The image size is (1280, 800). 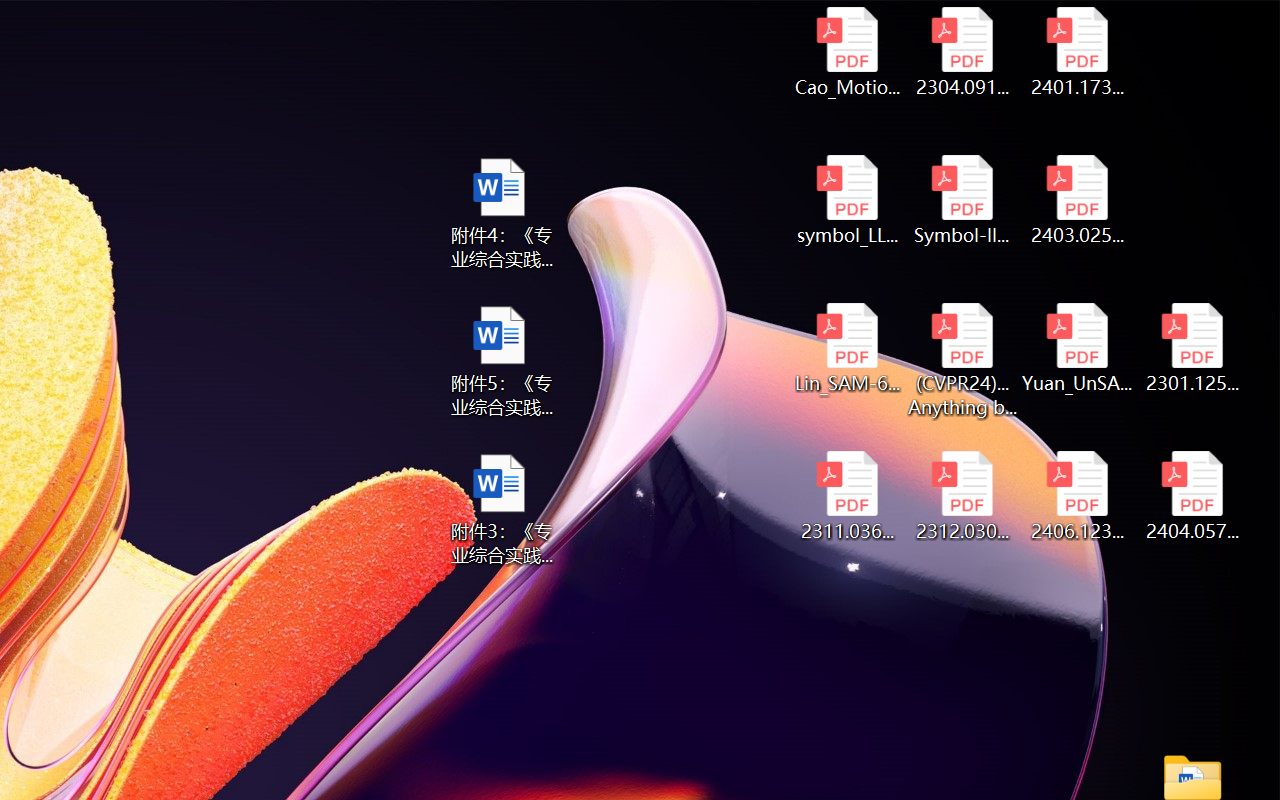 What do you see at coordinates (962, 360) in the screenshot?
I see `'(CVPR24)Matching Anything by Segmenting Anything.pdf'` at bounding box center [962, 360].